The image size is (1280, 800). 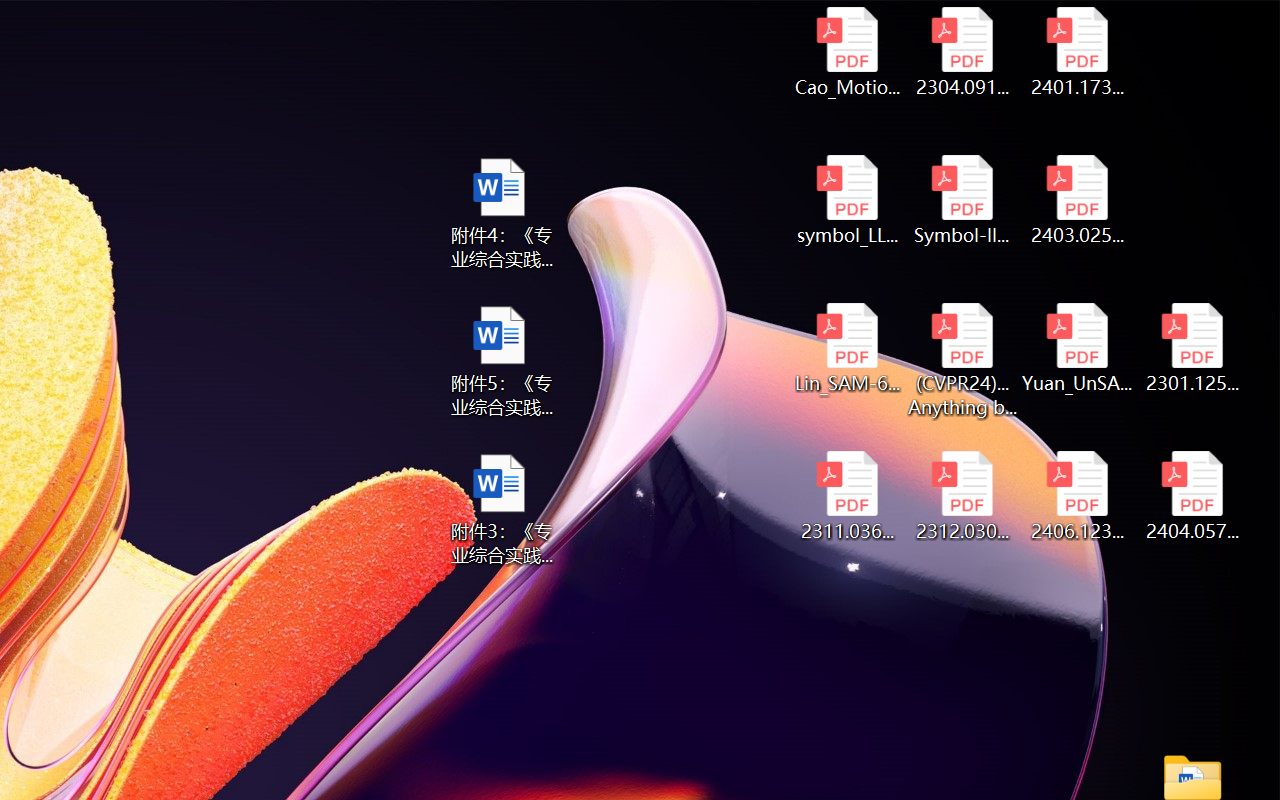 What do you see at coordinates (962, 360) in the screenshot?
I see `'(CVPR24)Matching Anything by Segmenting Anything.pdf'` at bounding box center [962, 360].